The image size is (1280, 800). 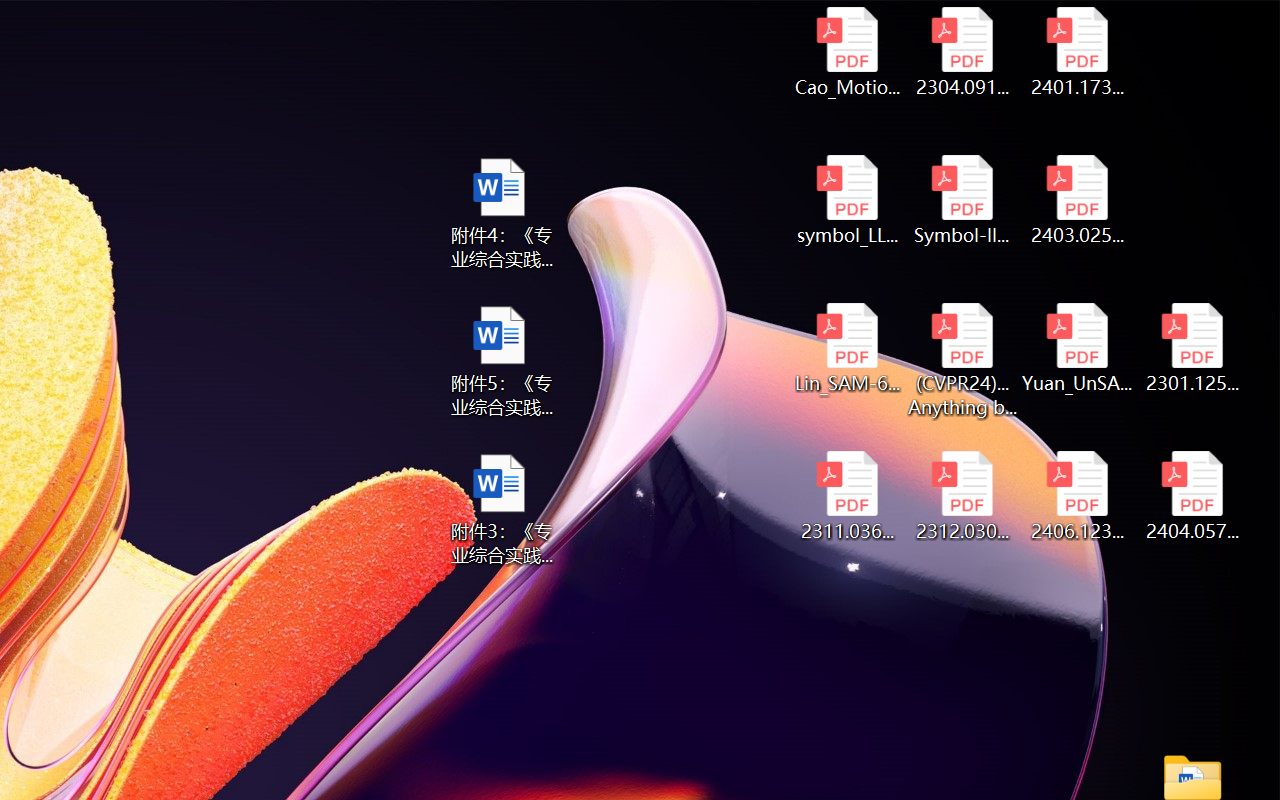 What do you see at coordinates (962, 360) in the screenshot?
I see `'(CVPR24)Matching Anything by Segmenting Anything.pdf'` at bounding box center [962, 360].